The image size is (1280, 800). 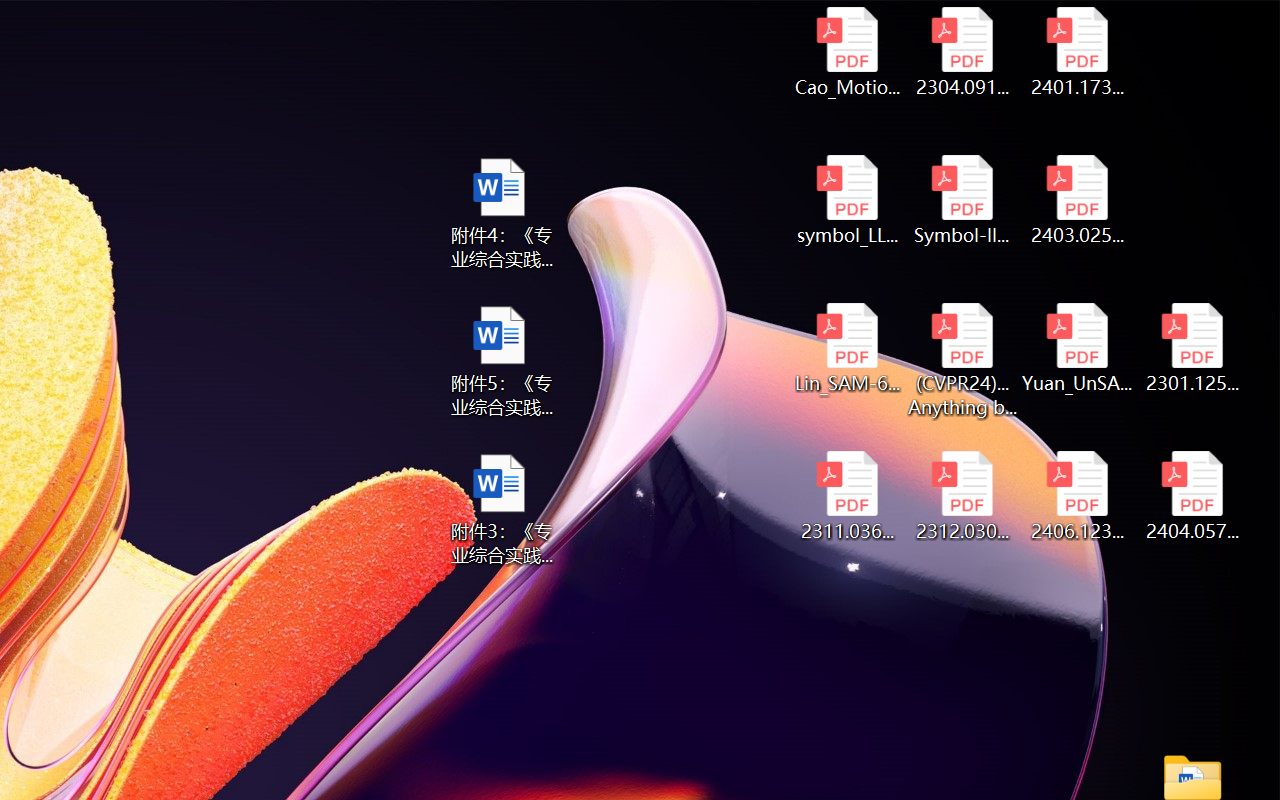 What do you see at coordinates (962, 360) in the screenshot?
I see `'(CVPR24)Matching Anything by Segmenting Anything.pdf'` at bounding box center [962, 360].